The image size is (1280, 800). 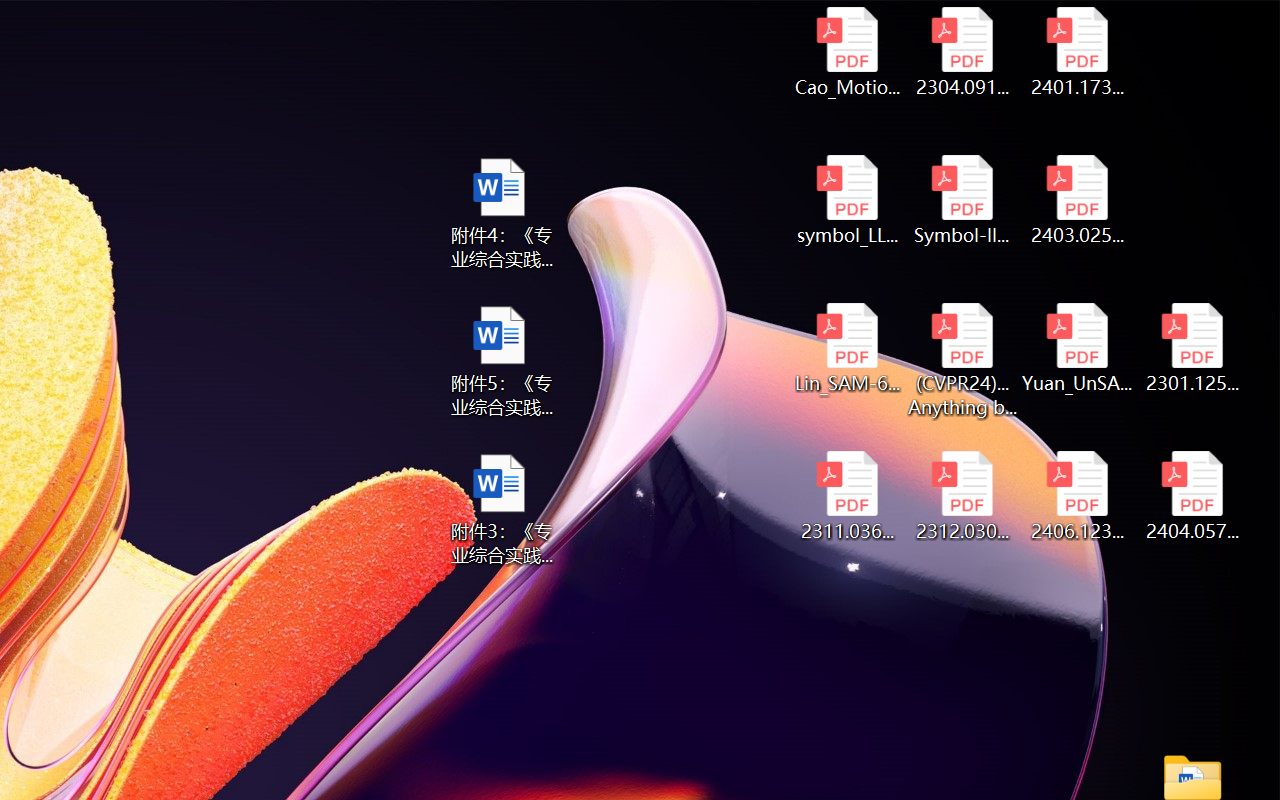 What do you see at coordinates (962, 360) in the screenshot?
I see `'(CVPR24)Matching Anything by Segmenting Anything.pdf'` at bounding box center [962, 360].